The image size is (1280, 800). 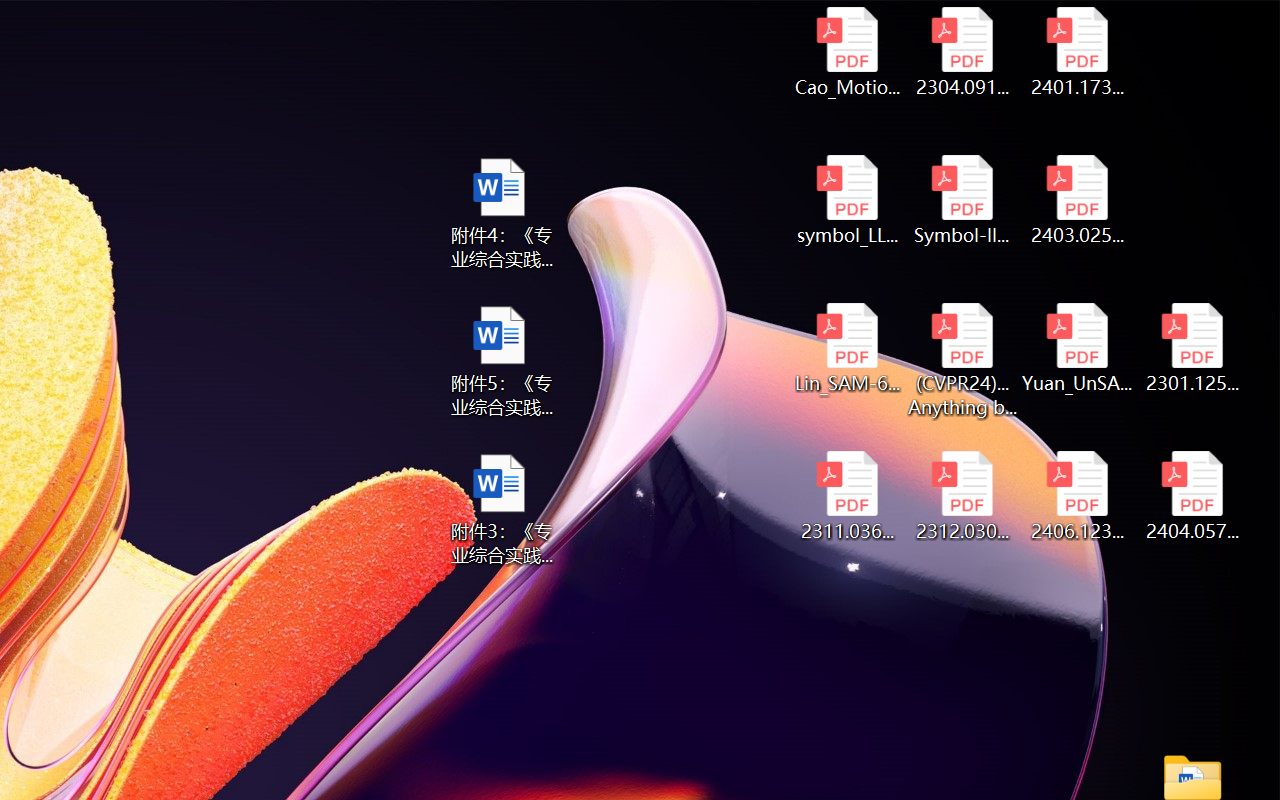 What do you see at coordinates (962, 360) in the screenshot?
I see `'(CVPR24)Matching Anything by Segmenting Anything.pdf'` at bounding box center [962, 360].